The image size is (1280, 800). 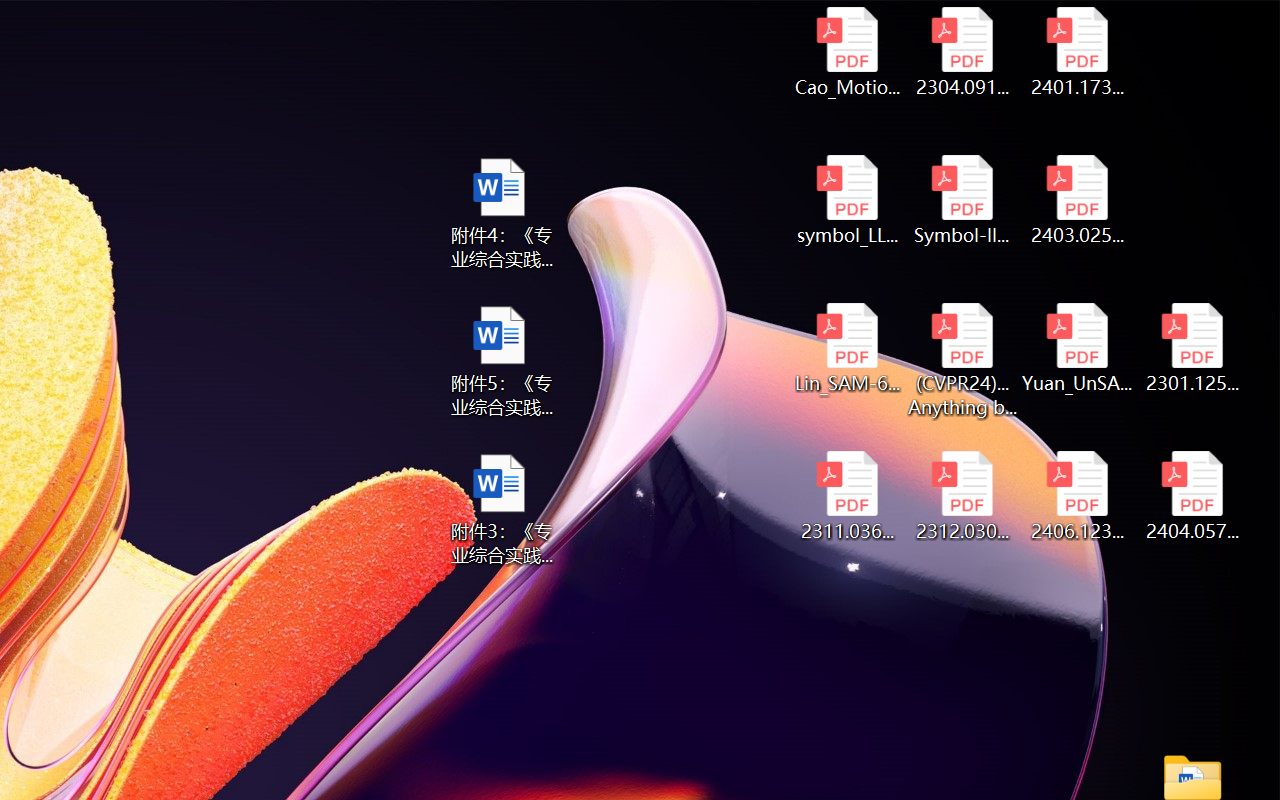 What do you see at coordinates (962, 360) in the screenshot?
I see `'(CVPR24)Matching Anything by Segmenting Anything.pdf'` at bounding box center [962, 360].